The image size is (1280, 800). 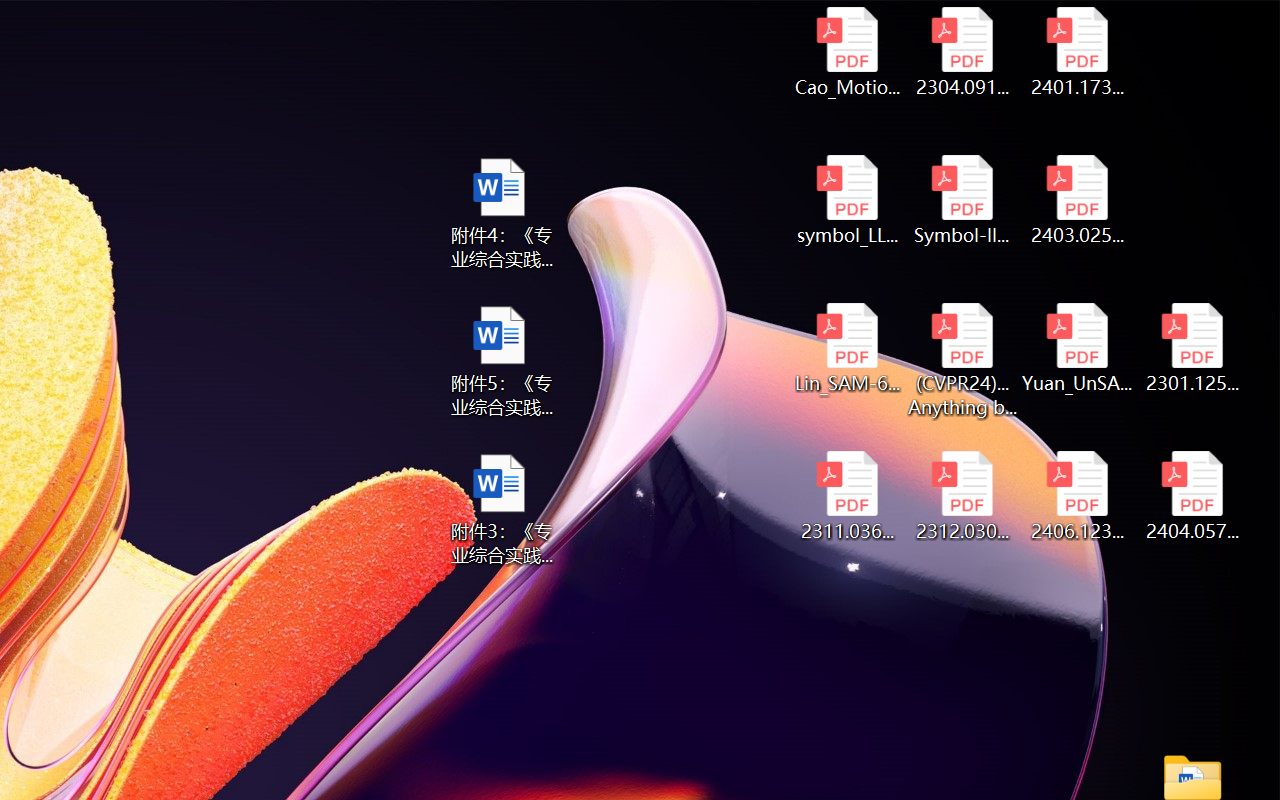 What do you see at coordinates (962, 360) in the screenshot?
I see `'(CVPR24)Matching Anything by Segmenting Anything.pdf'` at bounding box center [962, 360].